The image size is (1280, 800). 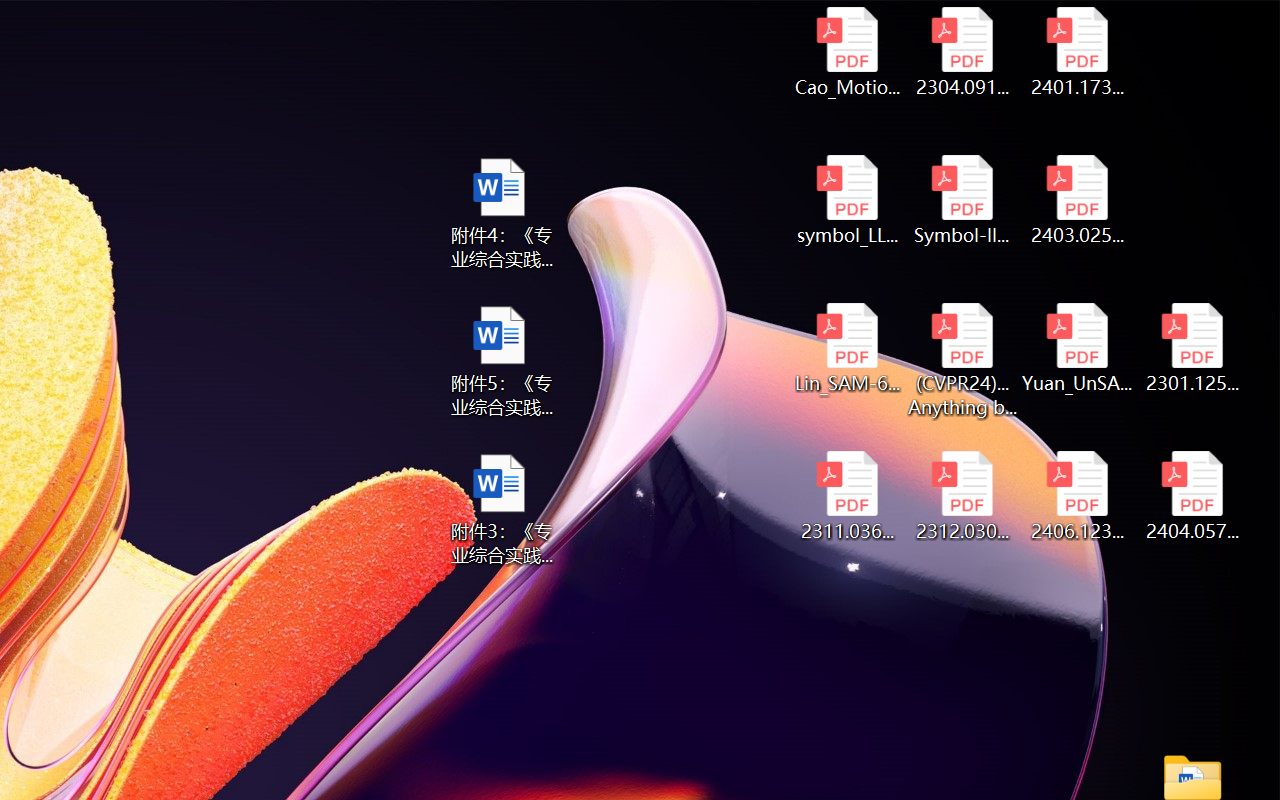 What do you see at coordinates (962, 360) in the screenshot?
I see `'(CVPR24)Matching Anything by Segmenting Anything.pdf'` at bounding box center [962, 360].